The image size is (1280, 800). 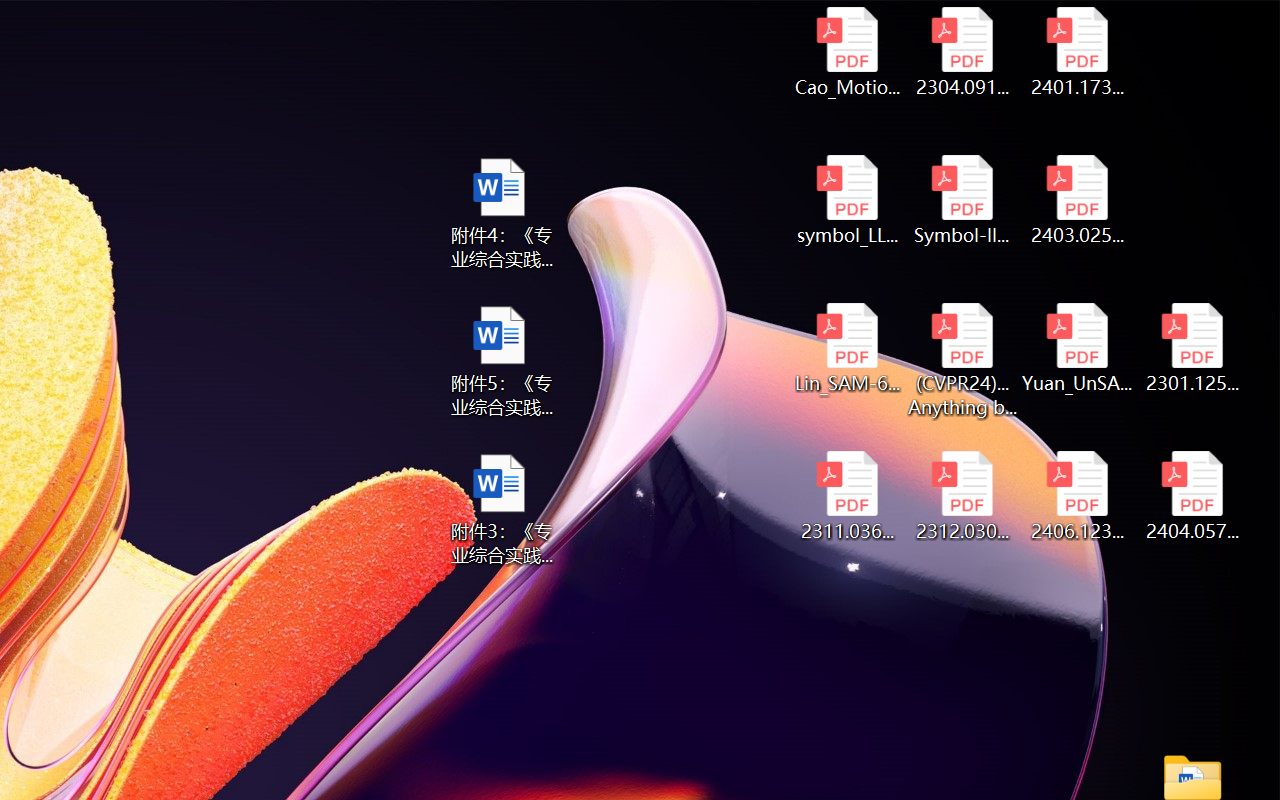 What do you see at coordinates (962, 360) in the screenshot?
I see `'(CVPR24)Matching Anything by Segmenting Anything.pdf'` at bounding box center [962, 360].